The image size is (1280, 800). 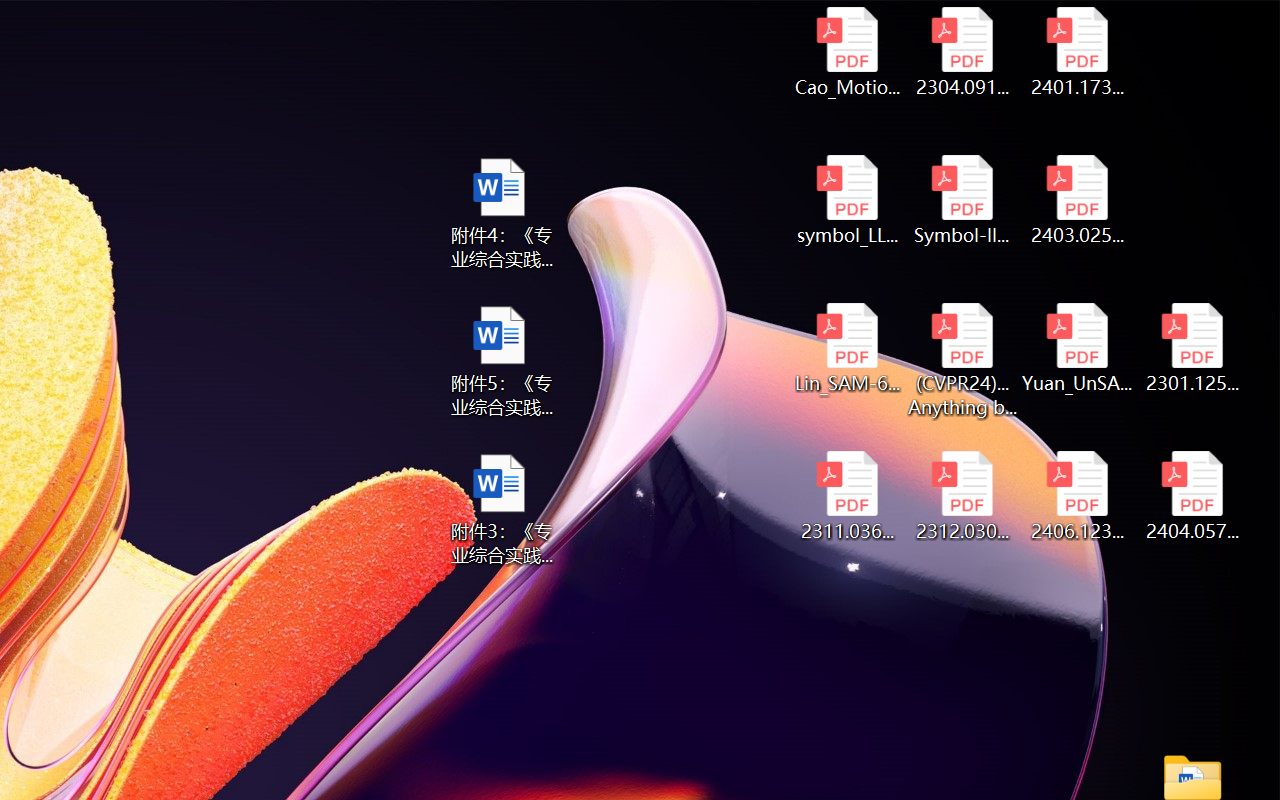 What do you see at coordinates (962, 360) in the screenshot?
I see `'(CVPR24)Matching Anything by Segmenting Anything.pdf'` at bounding box center [962, 360].